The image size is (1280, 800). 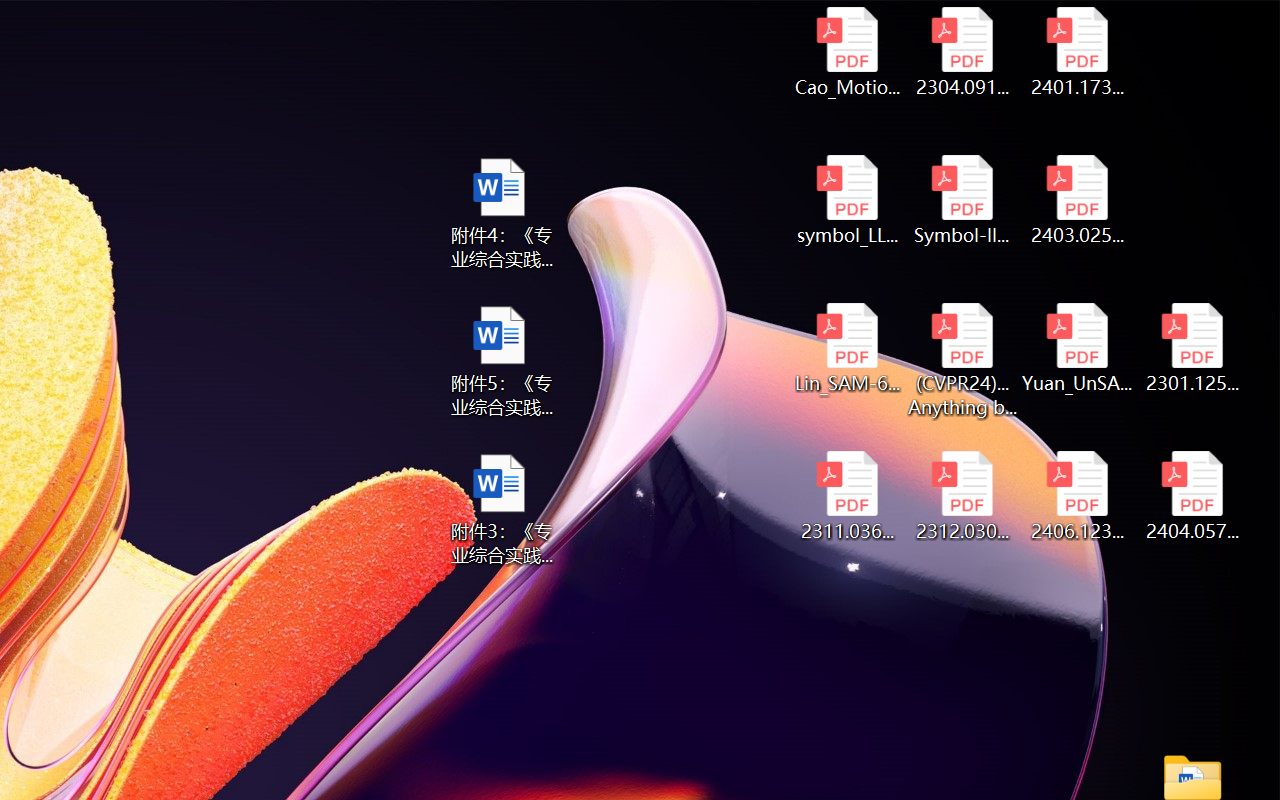 What do you see at coordinates (962, 360) in the screenshot?
I see `'(CVPR24)Matching Anything by Segmenting Anything.pdf'` at bounding box center [962, 360].